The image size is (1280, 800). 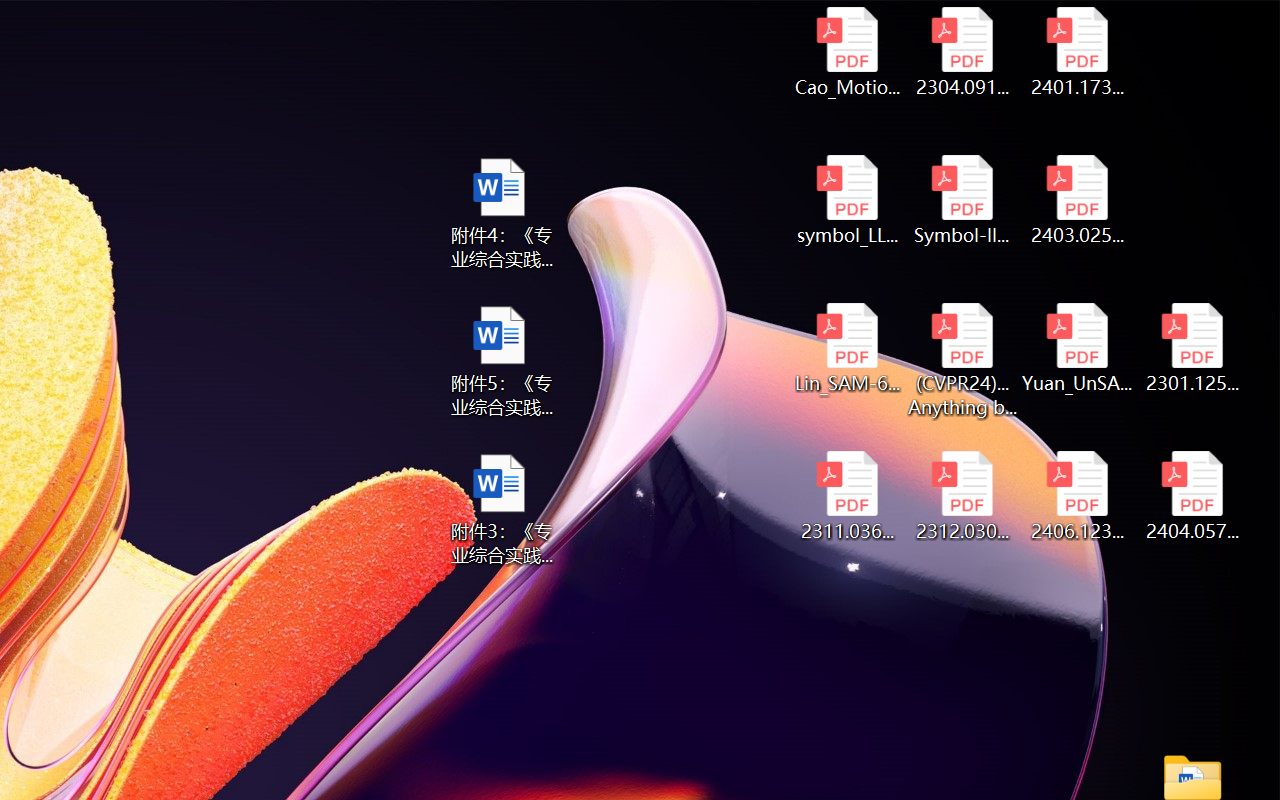 What do you see at coordinates (962, 360) in the screenshot?
I see `'(CVPR24)Matching Anything by Segmenting Anything.pdf'` at bounding box center [962, 360].